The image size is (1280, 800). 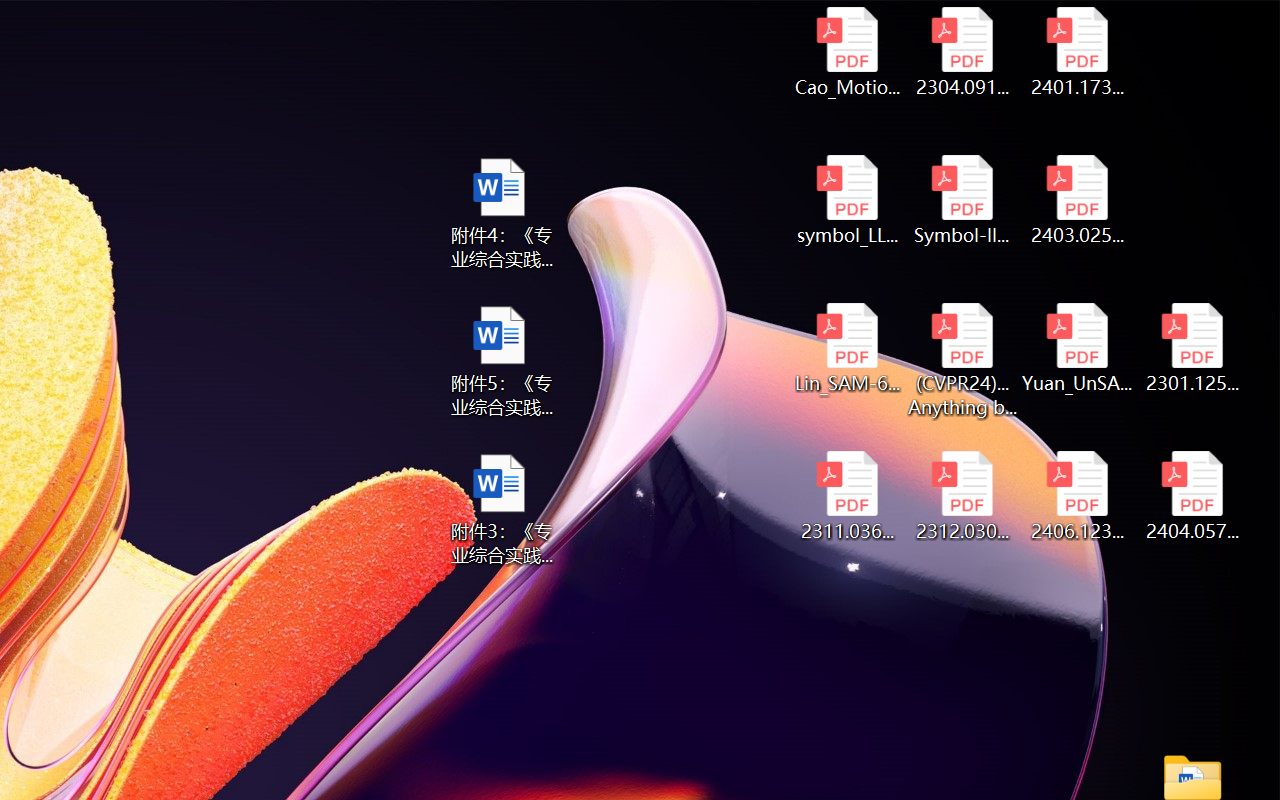 What do you see at coordinates (962, 360) in the screenshot?
I see `'(CVPR24)Matching Anything by Segmenting Anything.pdf'` at bounding box center [962, 360].